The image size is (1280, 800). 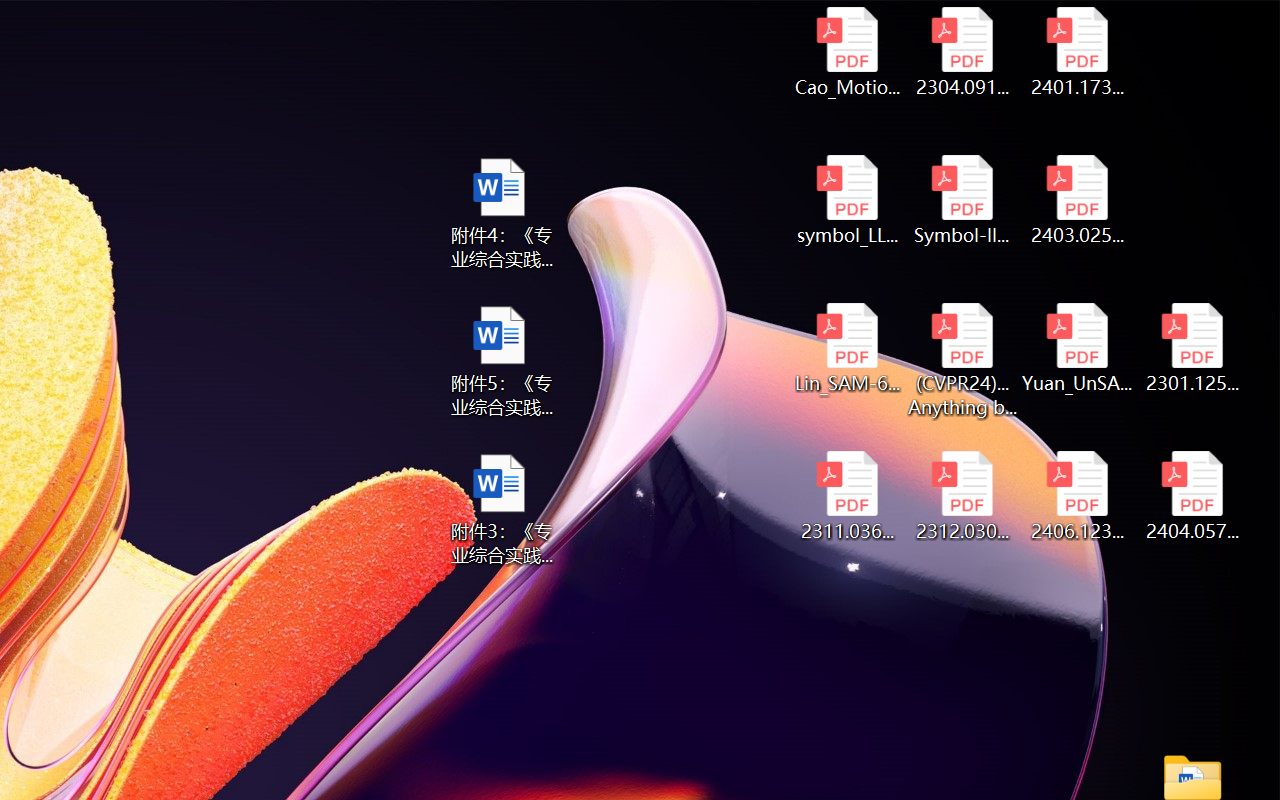 What do you see at coordinates (962, 360) in the screenshot?
I see `'(CVPR24)Matching Anything by Segmenting Anything.pdf'` at bounding box center [962, 360].